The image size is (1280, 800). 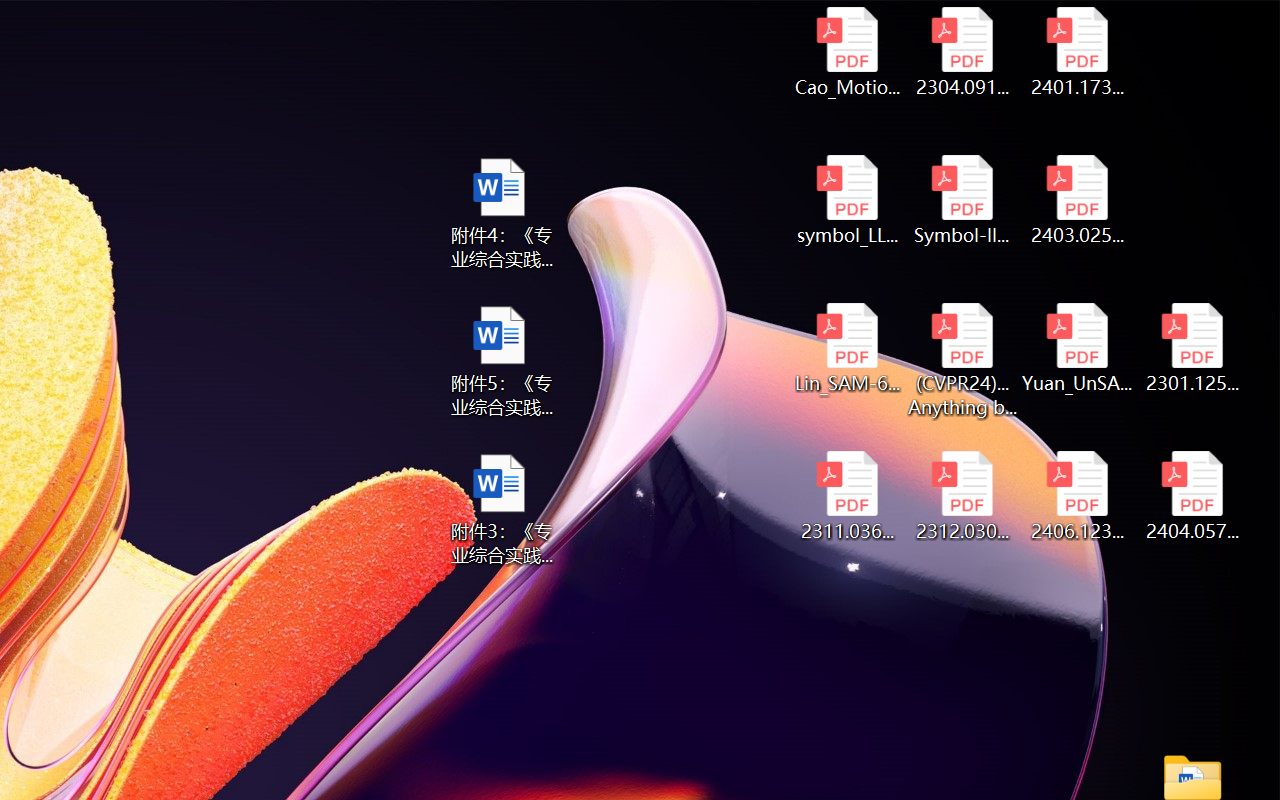 What do you see at coordinates (962, 360) in the screenshot?
I see `'(CVPR24)Matching Anything by Segmenting Anything.pdf'` at bounding box center [962, 360].